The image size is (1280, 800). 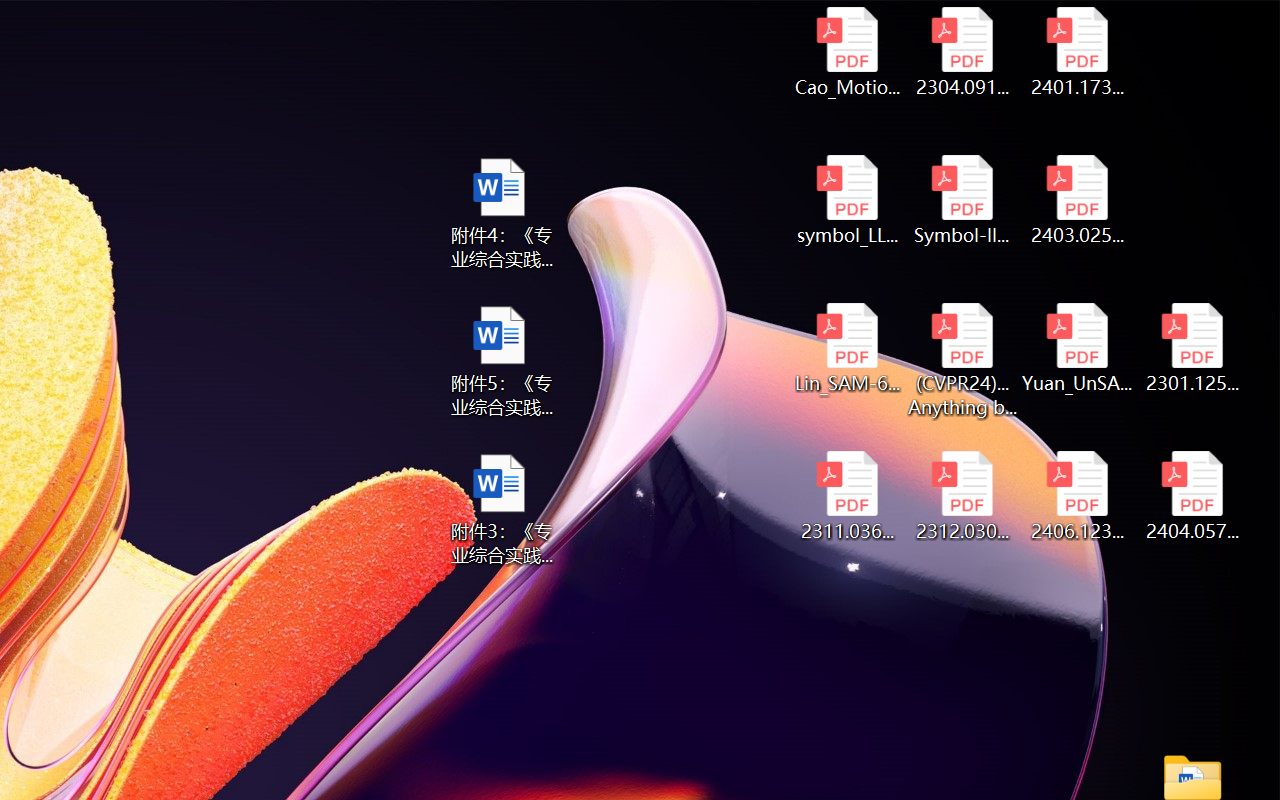 What do you see at coordinates (962, 360) in the screenshot?
I see `'(CVPR24)Matching Anything by Segmenting Anything.pdf'` at bounding box center [962, 360].